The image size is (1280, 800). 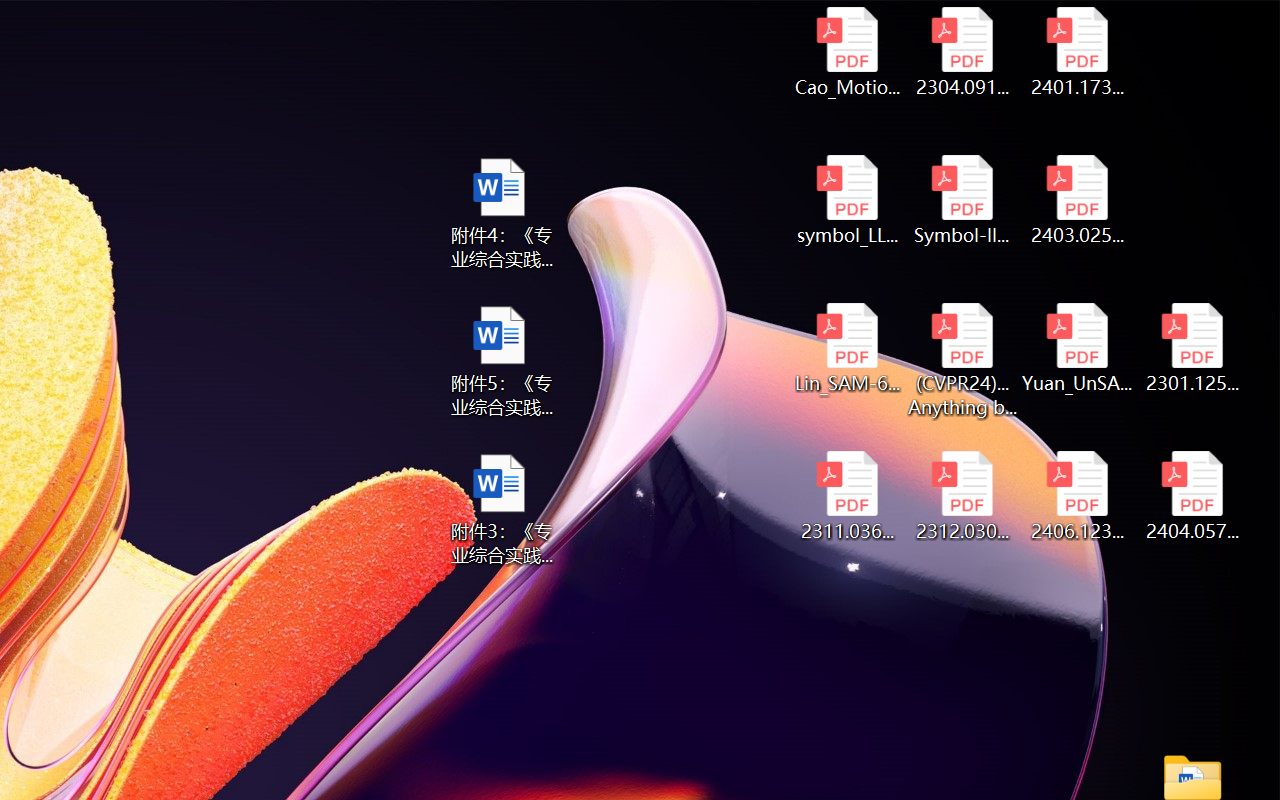 What do you see at coordinates (962, 360) in the screenshot?
I see `'(CVPR24)Matching Anything by Segmenting Anything.pdf'` at bounding box center [962, 360].